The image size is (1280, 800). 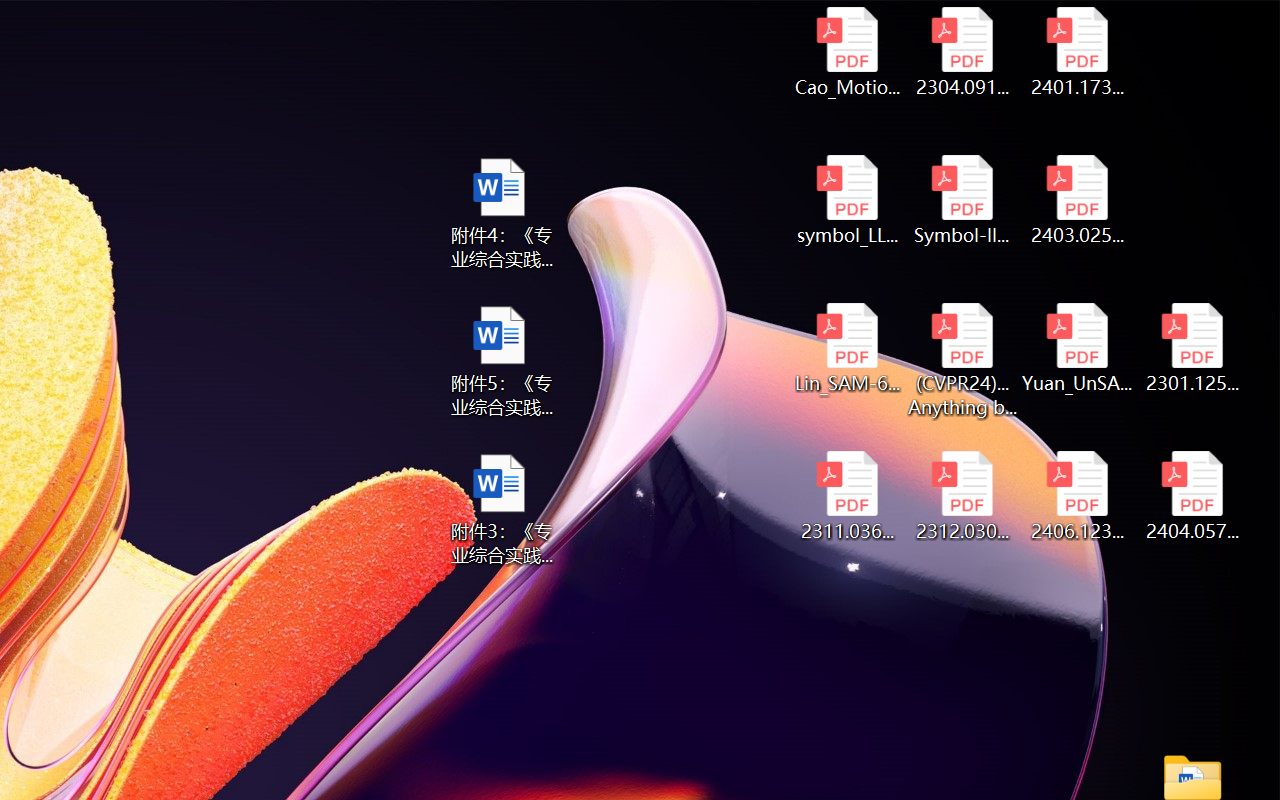 What do you see at coordinates (962, 360) in the screenshot?
I see `'(CVPR24)Matching Anything by Segmenting Anything.pdf'` at bounding box center [962, 360].